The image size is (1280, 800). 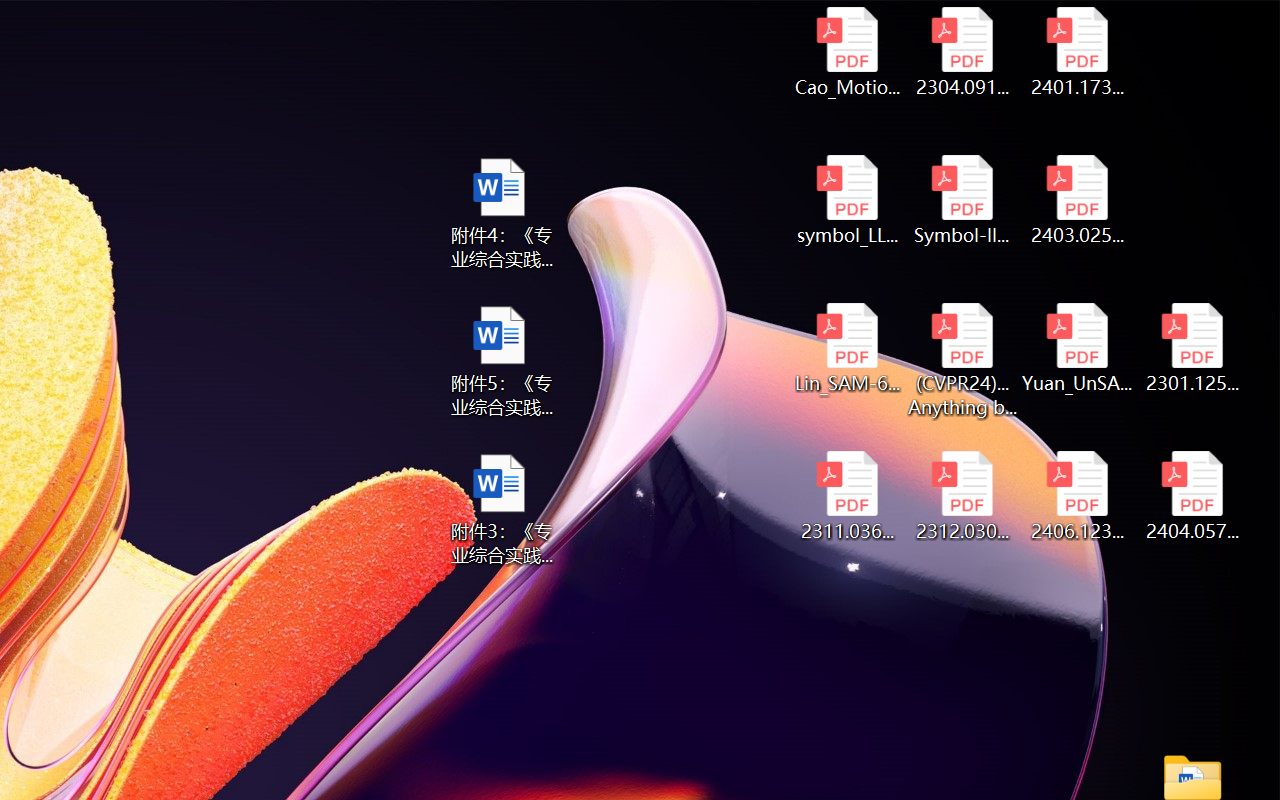 What do you see at coordinates (962, 360) in the screenshot?
I see `'(CVPR24)Matching Anything by Segmenting Anything.pdf'` at bounding box center [962, 360].